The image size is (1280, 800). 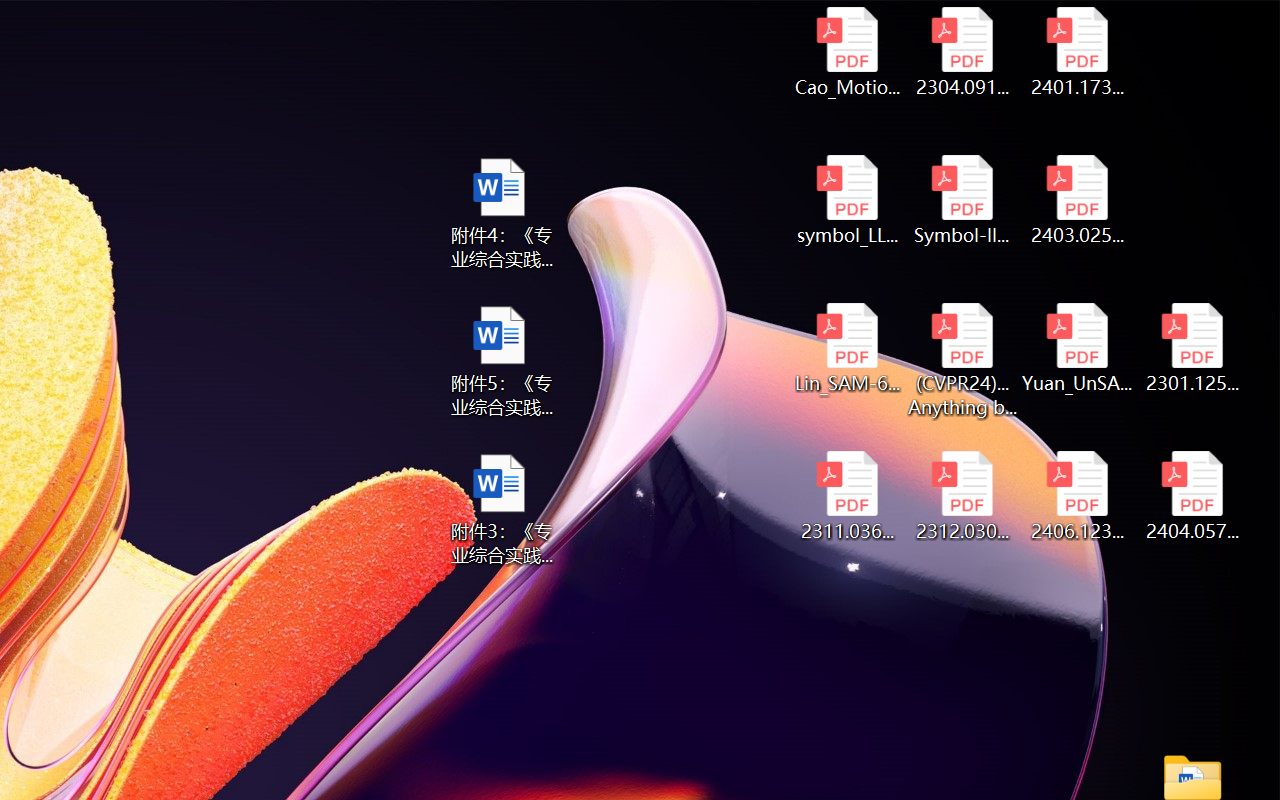 What do you see at coordinates (962, 360) in the screenshot?
I see `'(CVPR24)Matching Anything by Segmenting Anything.pdf'` at bounding box center [962, 360].